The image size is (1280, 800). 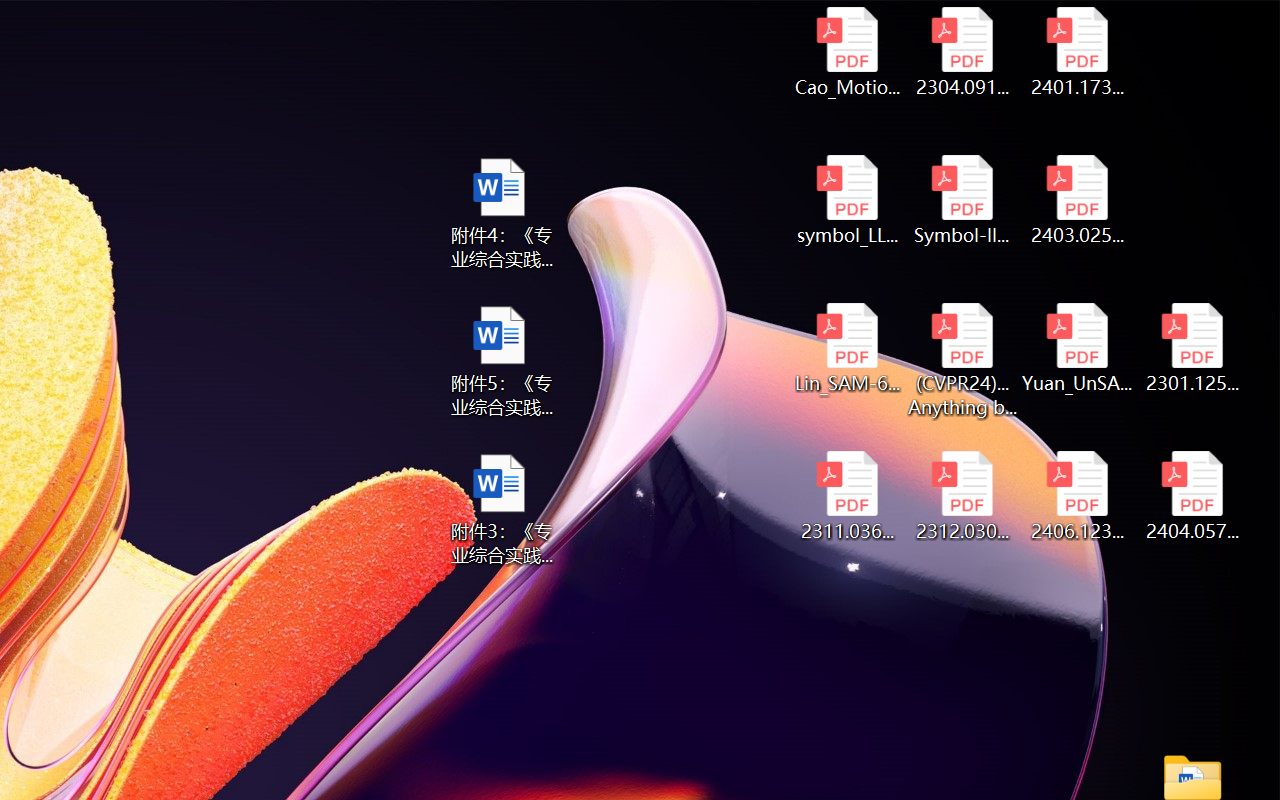 What do you see at coordinates (962, 360) in the screenshot?
I see `'(CVPR24)Matching Anything by Segmenting Anything.pdf'` at bounding box center [962, 360].